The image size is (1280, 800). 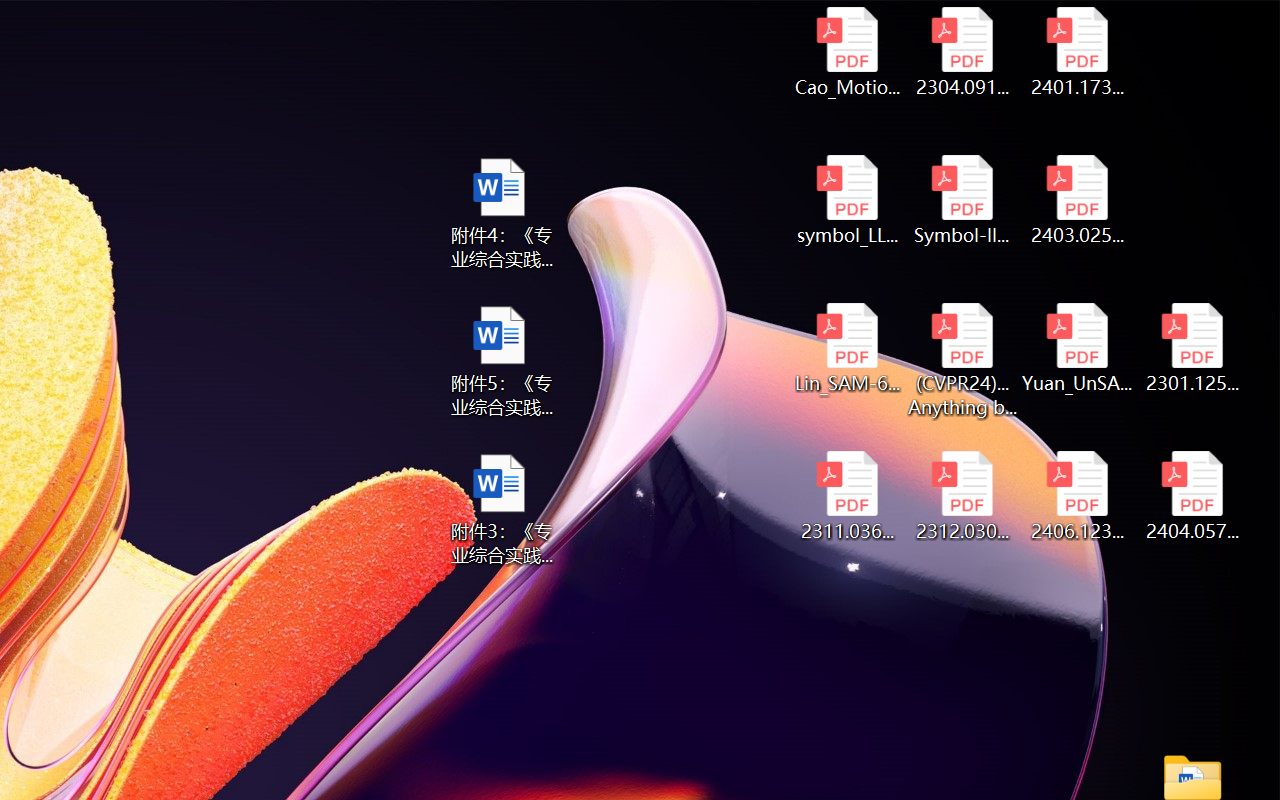 What do you see at coordinates (962, 360) in the screenshot?
I see `'(CVPR24)Matching Anything by Segmenting Anything.pdf'` at bounding box center [962, 360].